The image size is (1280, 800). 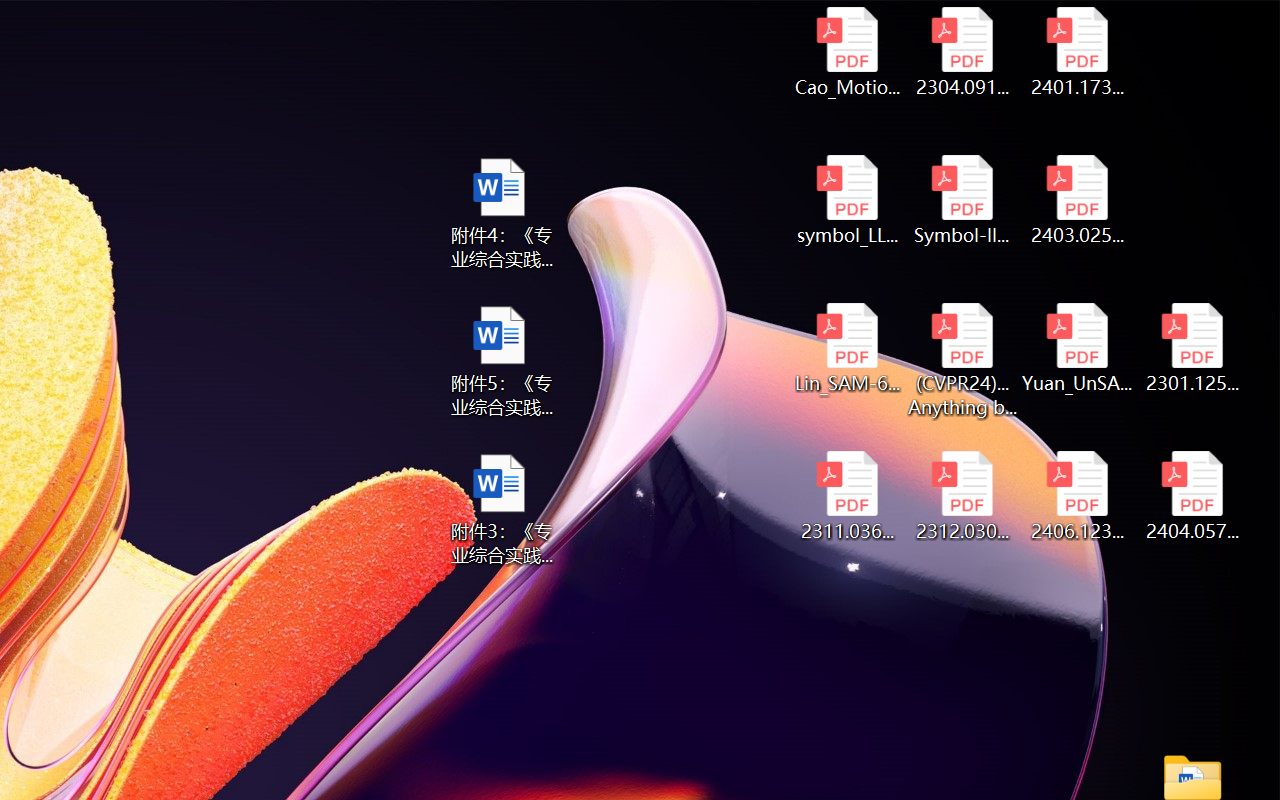 What do you see at coordinates (962, 360) in the screenshot?
I see `'(CVPR24)Matching Anything by Segmenting Anything.pdf'` at bounding box center [962, 360].